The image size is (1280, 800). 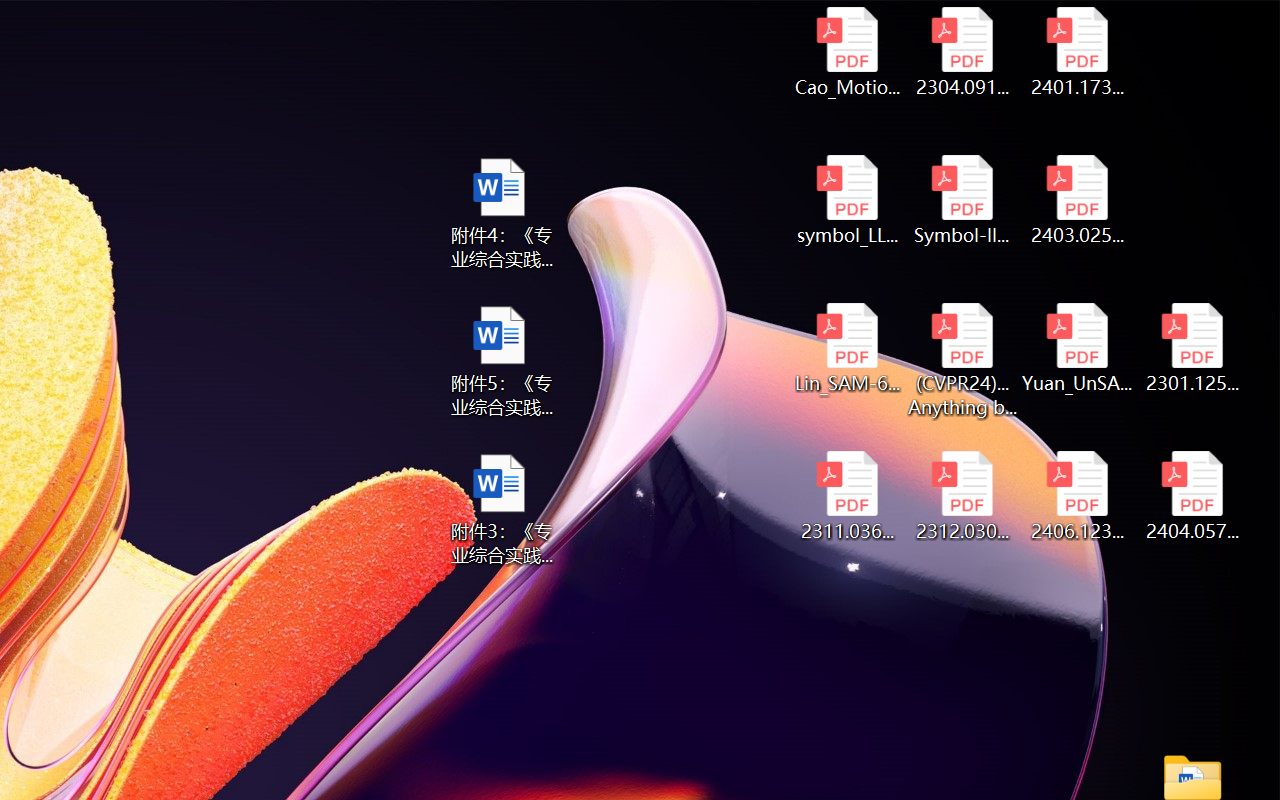 What do you see at coordinates (962, 360) in the screenshot?
I see `'(CVPR24)Matching Anything by Segmenting Anything.pdf'` at bounding box center [962, 360].